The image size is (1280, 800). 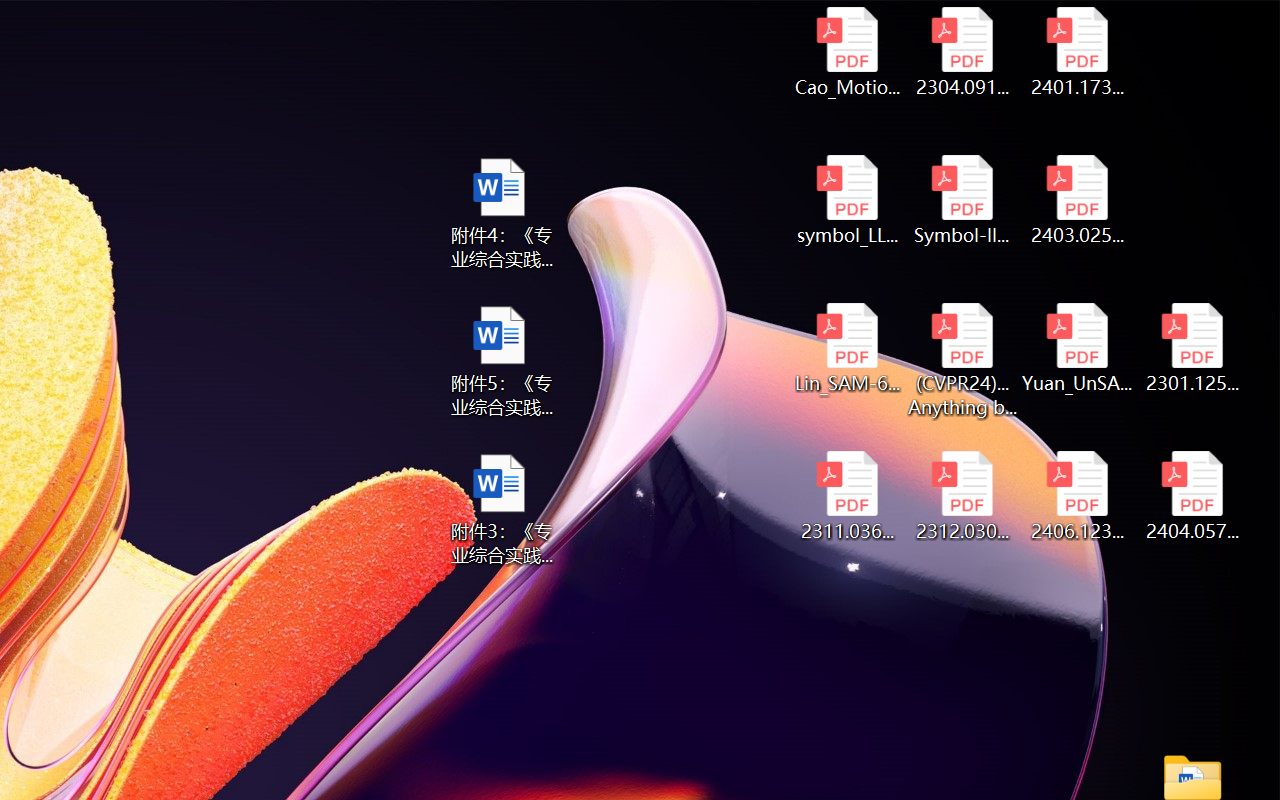 What do you see at coordinates (962, 360) in the screenshot?
I see `'(CVPR24)Matching Anything by Segmenting Anything.pdf'` at bounding box center [962, 360].